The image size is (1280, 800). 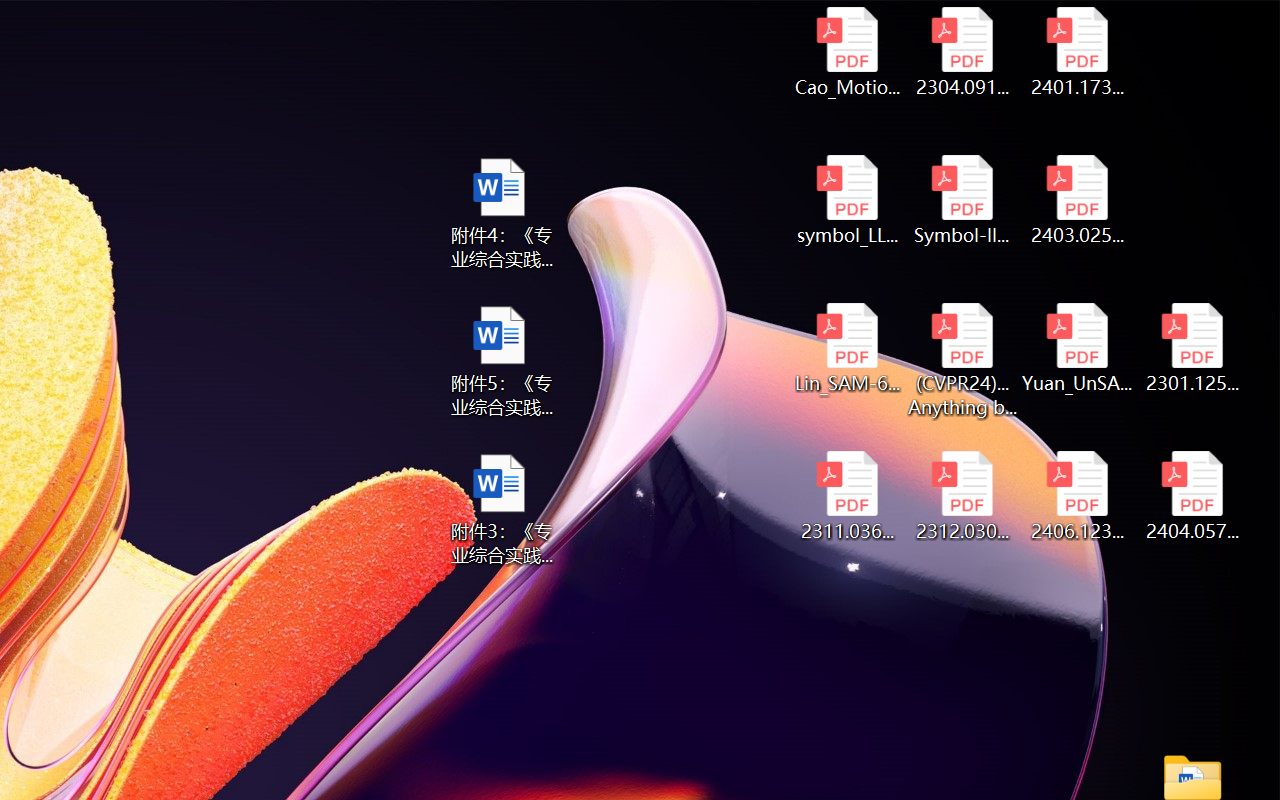 What do you see at coordinates (962, 360) in the screenshot?
I see `'(CVPR24)Matching Anything by Segmenting Anything.pdf'` at bounding box center [962, 360].